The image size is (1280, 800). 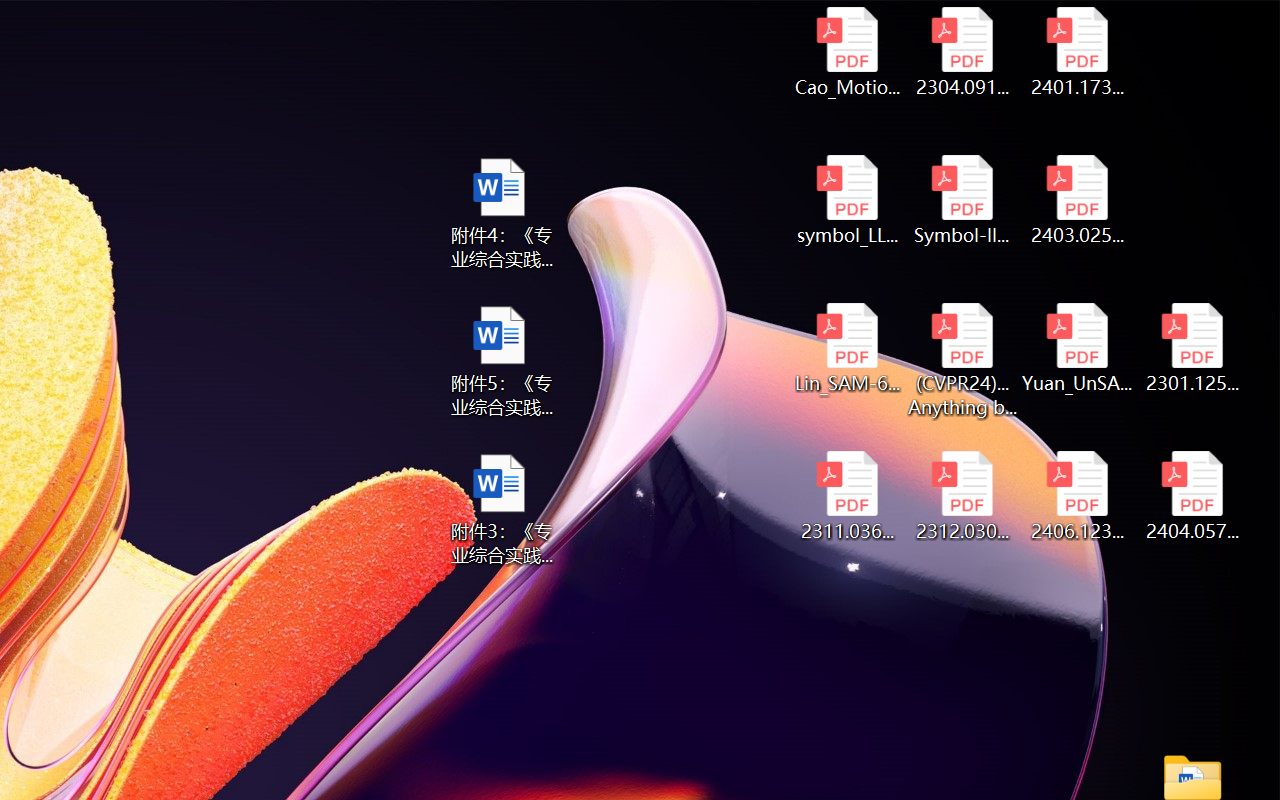 What do you see at coordinates (962, 360) in the screenshot?
I see `'(CVPR24)Matching Anything by Segmenting Anything.pdf'` at bounding box center [962, 360].